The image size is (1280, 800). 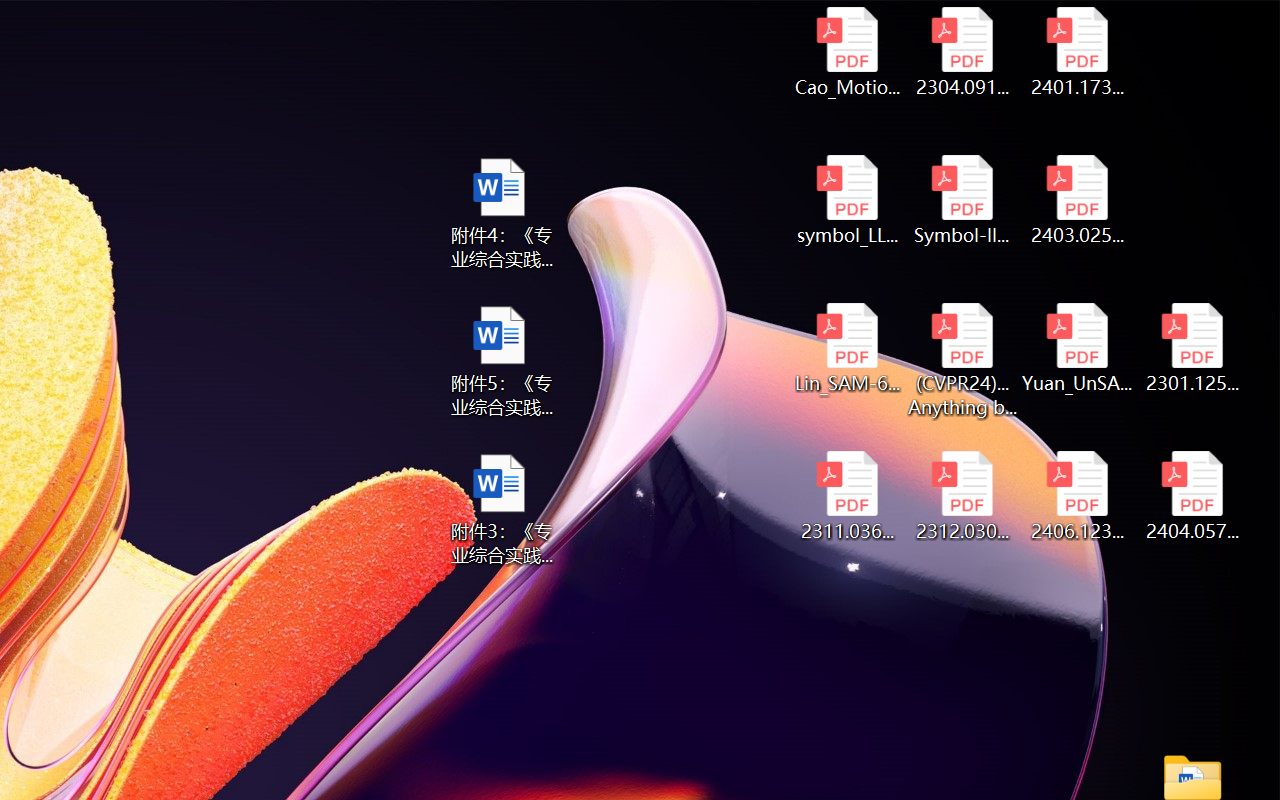 What do you see at coordinates (962, 360) in the screenshot?
I see `'(CVPR24)Matching Anything by Segmenting Anything.pdf'` at bounding box center [962, 360].